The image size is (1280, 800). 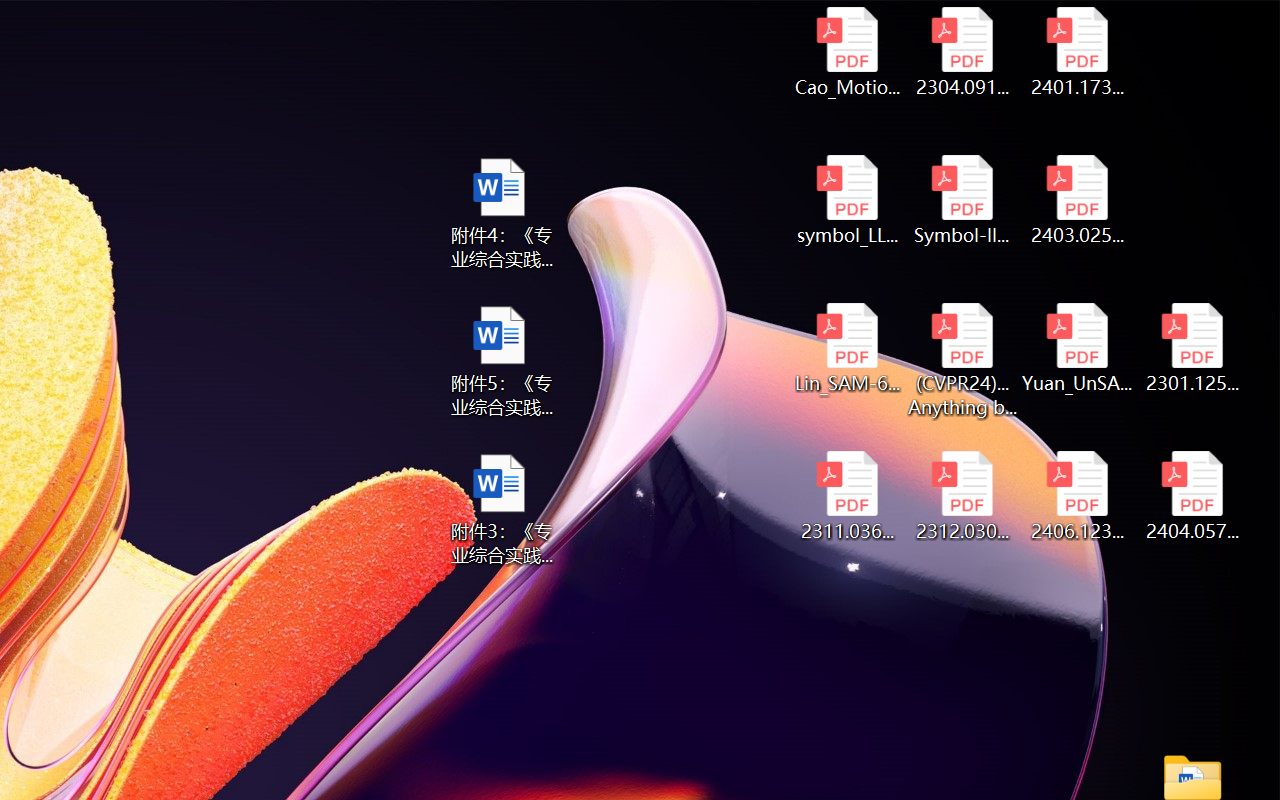 What do you see at coordinates (962, 360) in the screenshot?
I see `'(CVPR24)Matching Anything by Segmenting Anything.pdf'` at bounding box center [962, 360].